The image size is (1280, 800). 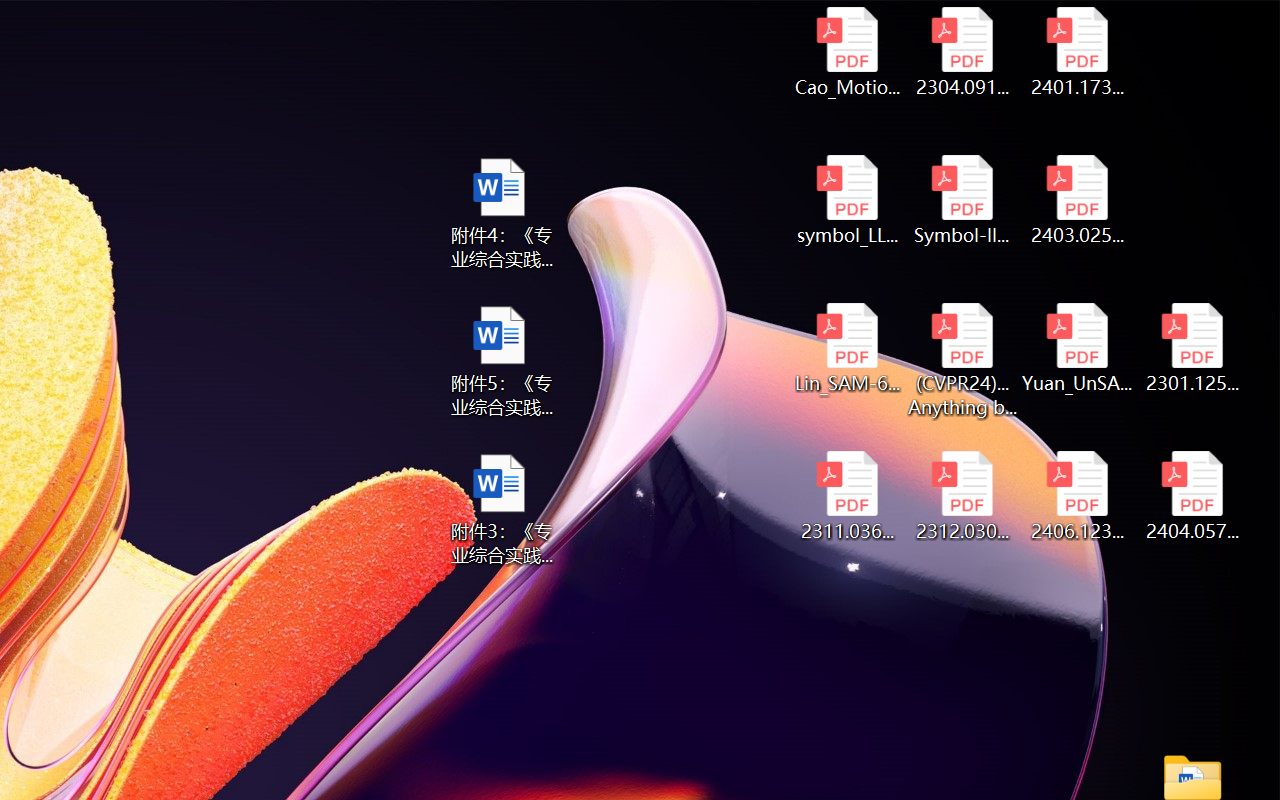 What do you see at coordinates (962, 360) in the screenshot?
I see `'(CVPR24)Matching Anything by Segmenting Anything.pdf'` at bounding box center [962, 360].